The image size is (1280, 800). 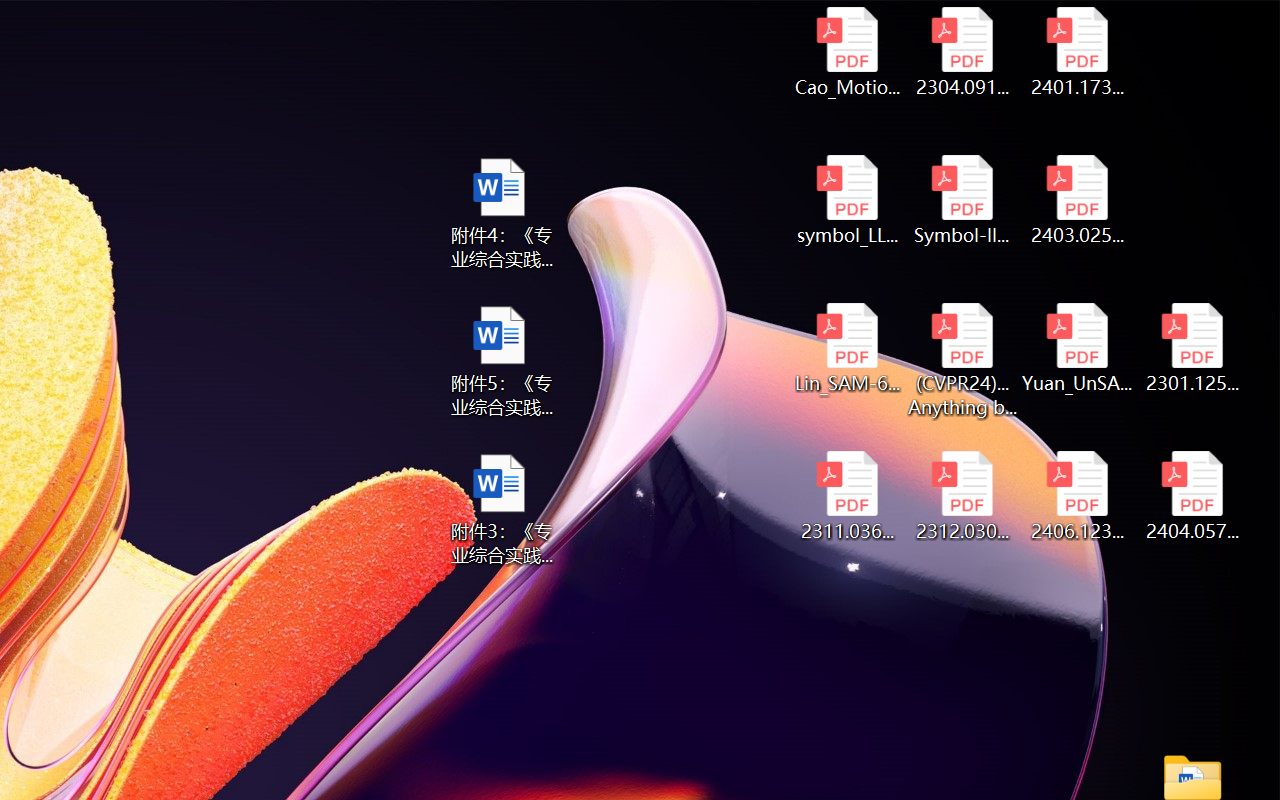 What do you see at coordinates (962, 360) in the screenshot?
I see `'(CVPR24)Matching Anything by Segmenting Anything.pdf'` at bounding box center [962, 360].